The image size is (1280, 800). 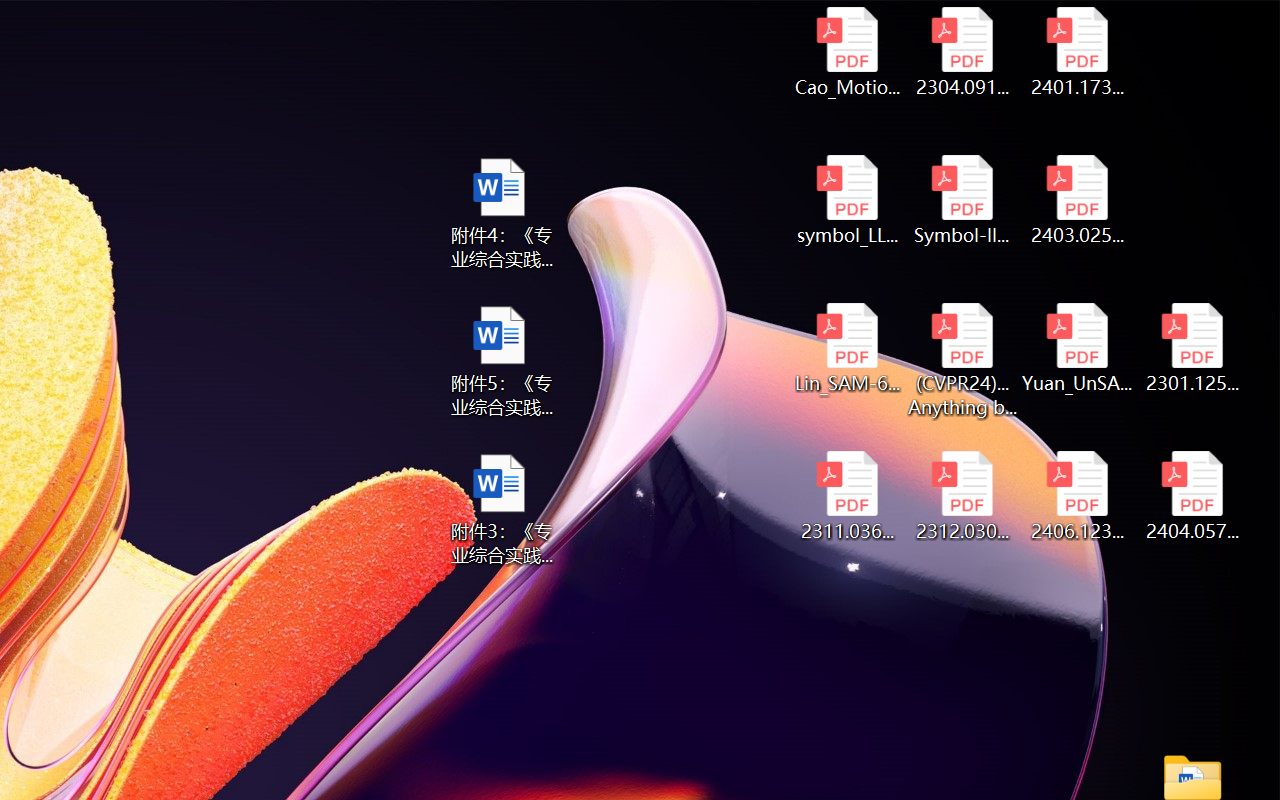 What do you see at coordinates (962, 360) in the screenshot?
I see `'(CVPR24)Matching Anything by Segmenting Anything.pdf'` at bounding box center [962, 360].